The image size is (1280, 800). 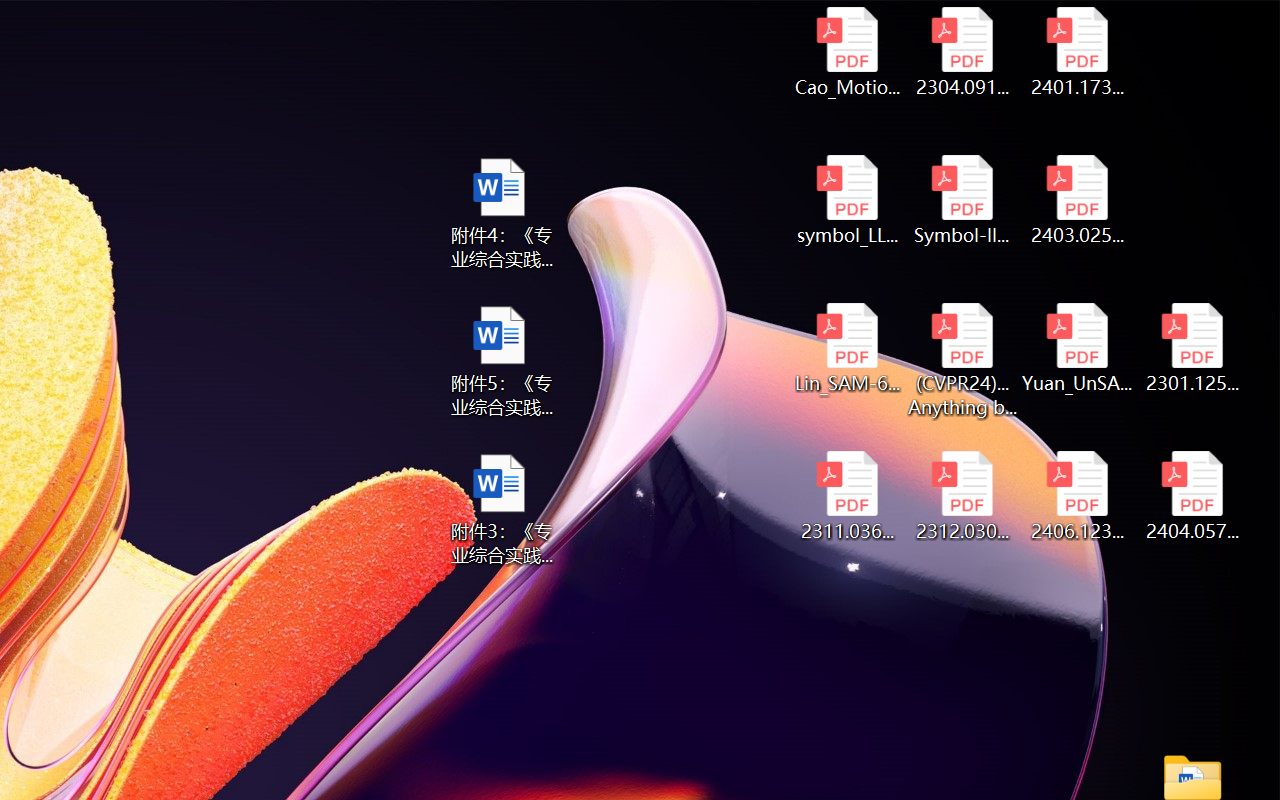 What do you see at coordinates (962, 360) in the screenshot?
I see `'(CVPR24)Matching Anything by Segmenting Anything.pdf'` at bounding box center [962, 360].